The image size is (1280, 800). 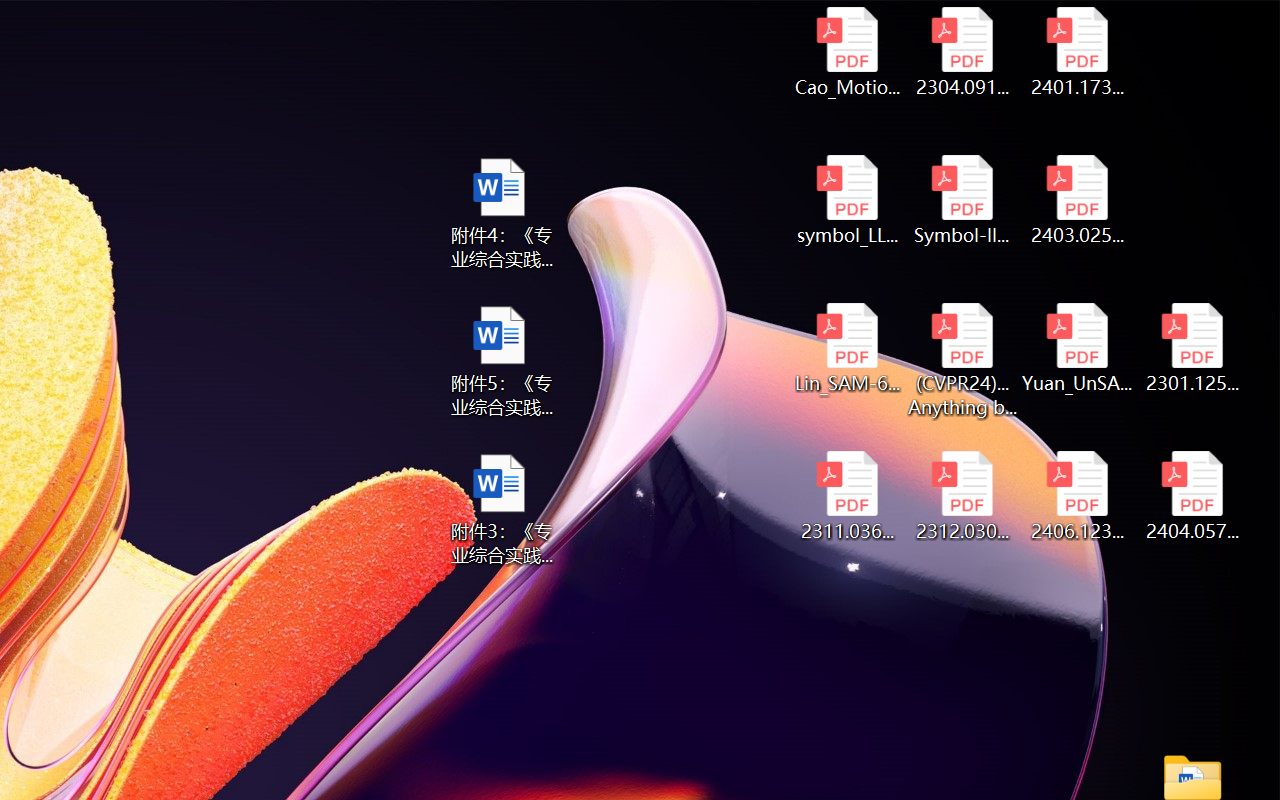 What do you see at coordinates (962, 360) in the screenshot?
I see `'(CVPR24)Matching Anything by Segmenting Anything.pdf'` at bounding box center [962, 360].